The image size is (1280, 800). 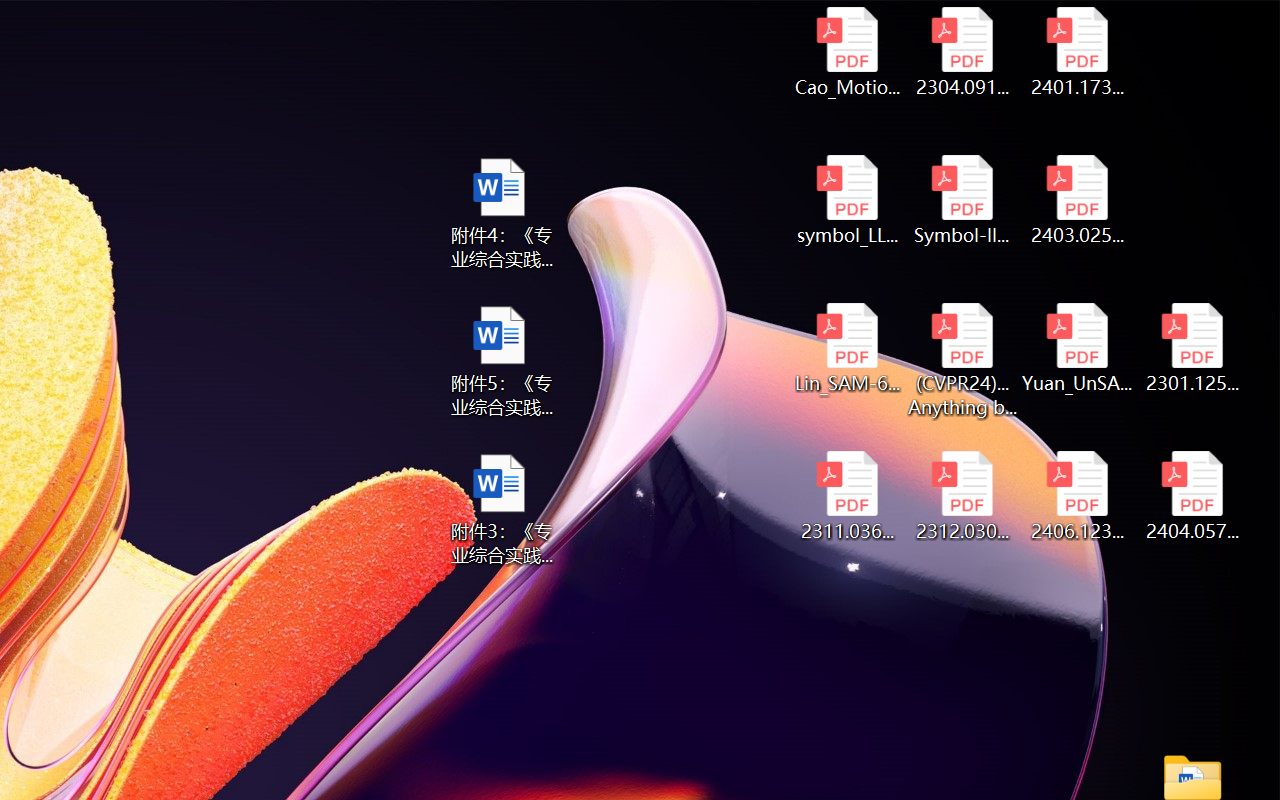 What do you see at coordinates (962, 360) in the screenshot?
I see `'(CVPR24)Matching Anything by Segmenting Anything.pdf'` at bounding box center [962, 360].